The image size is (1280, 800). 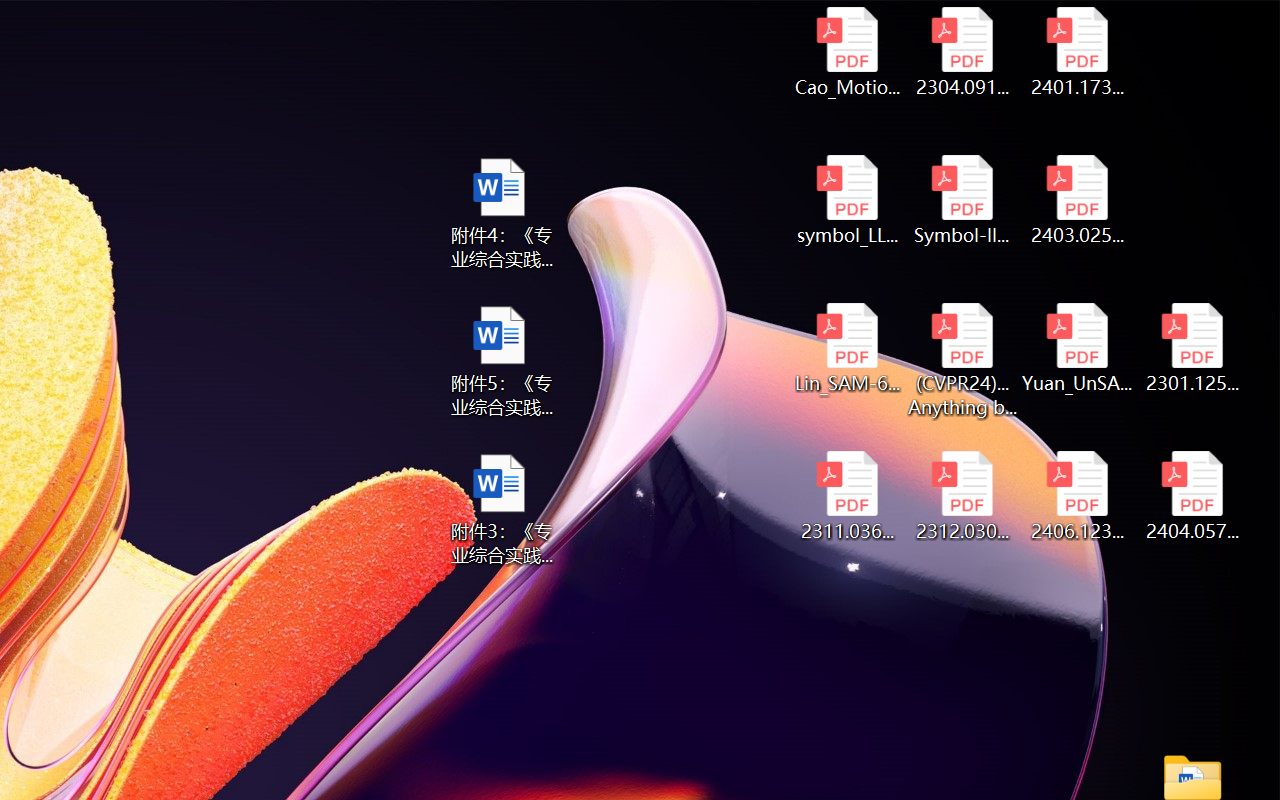 What do you see at coordinates (962, 360) in the screenshot?
I see `'(CVPR24)Matching Anything by Segmenting Anything.pdf'` at bounding box center [962, 360].